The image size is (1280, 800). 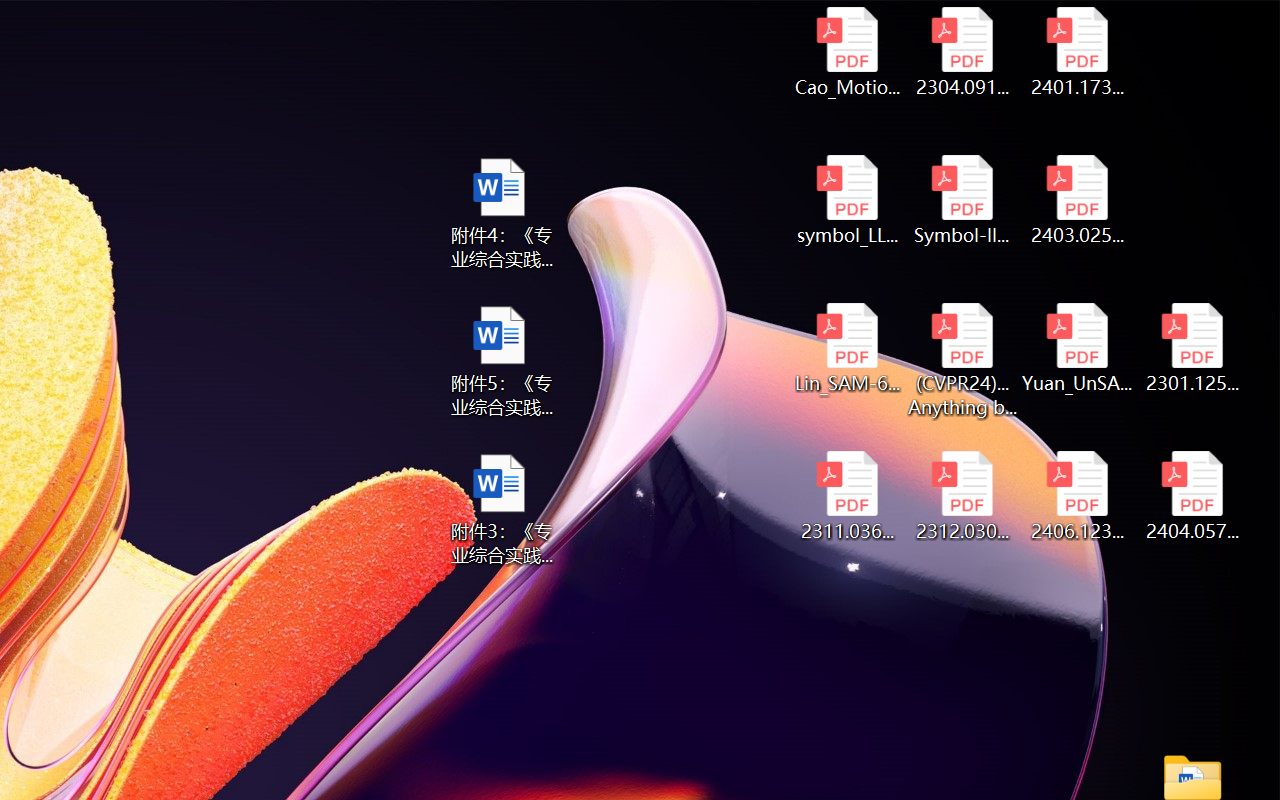 What do you see at coordinates (962, 360) in the screenshot?
I see `'(CVPR24)Matching Anything by Segmenting Anything.pdf'` at bounding box center [962, 360].